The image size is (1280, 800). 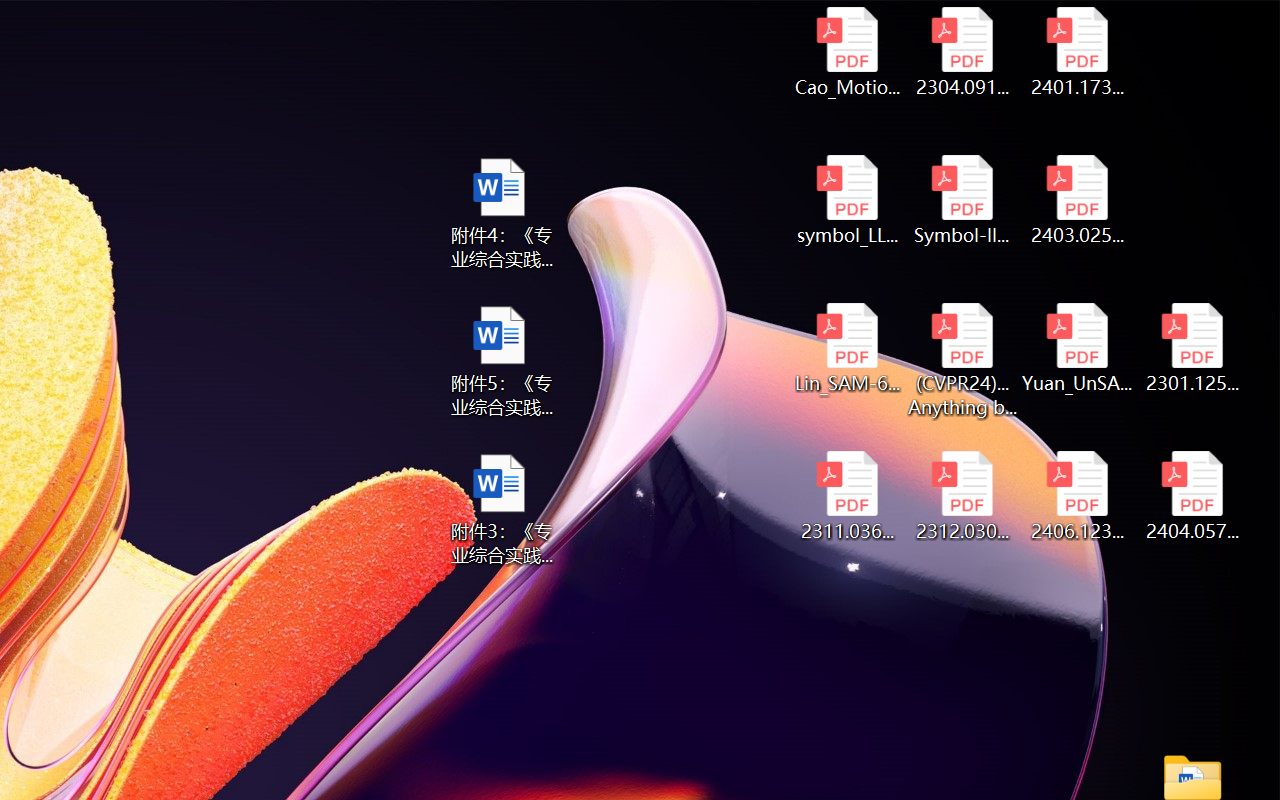 What do you see at coordinates (962, 360) in the screenshot?
I see `'(CVPR24)Matching Anything by Segmenting Anything.pdf'` at bounding box center [962, 360].